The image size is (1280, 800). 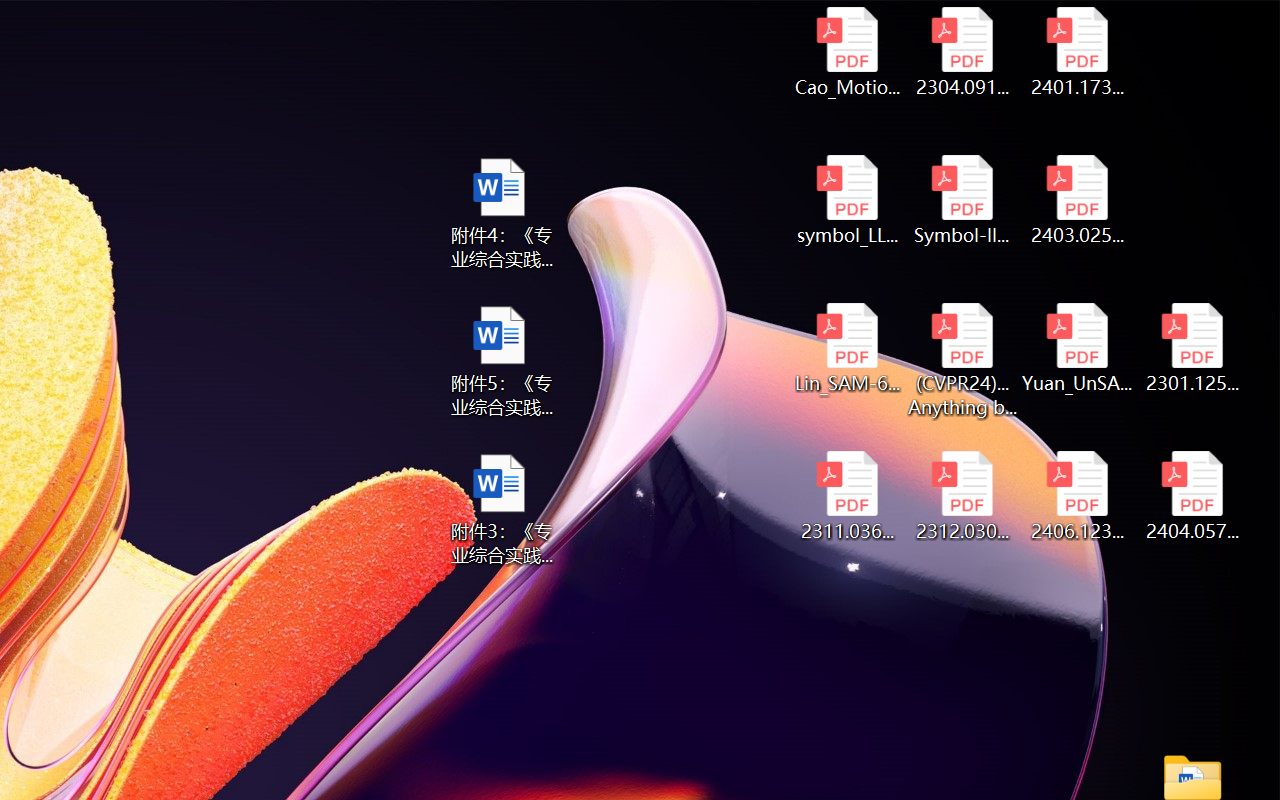 What do you see at coordinates (962, 360) in the screenshot?
I see `'(CVPR24)Matching Anything by Segmenting Anything.pdf'` at bounding box center [962, 360].